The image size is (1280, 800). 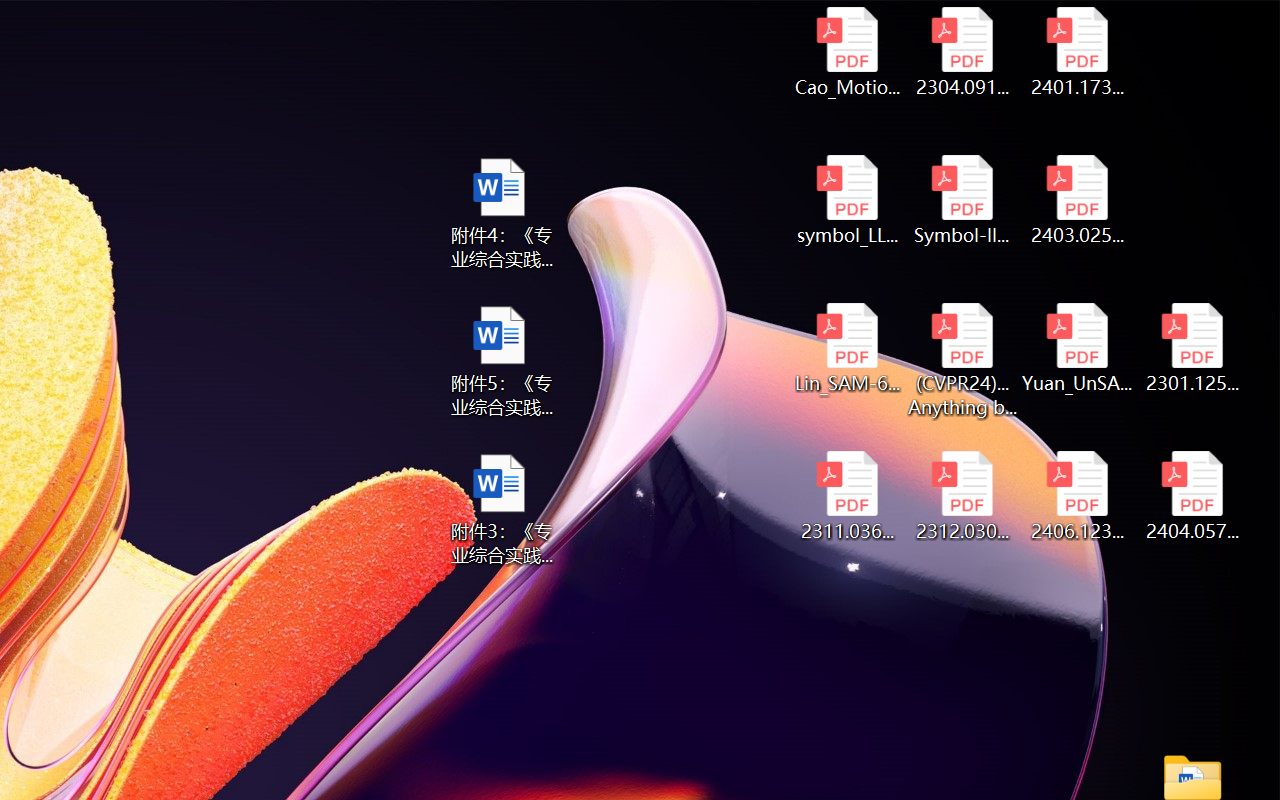 What do you see at coordinates (962, 360) in the screenshot?
I see `'(CVPR24)Matching Anything by Segmenting Anything.pdf'` at bounding box center [962, 360].